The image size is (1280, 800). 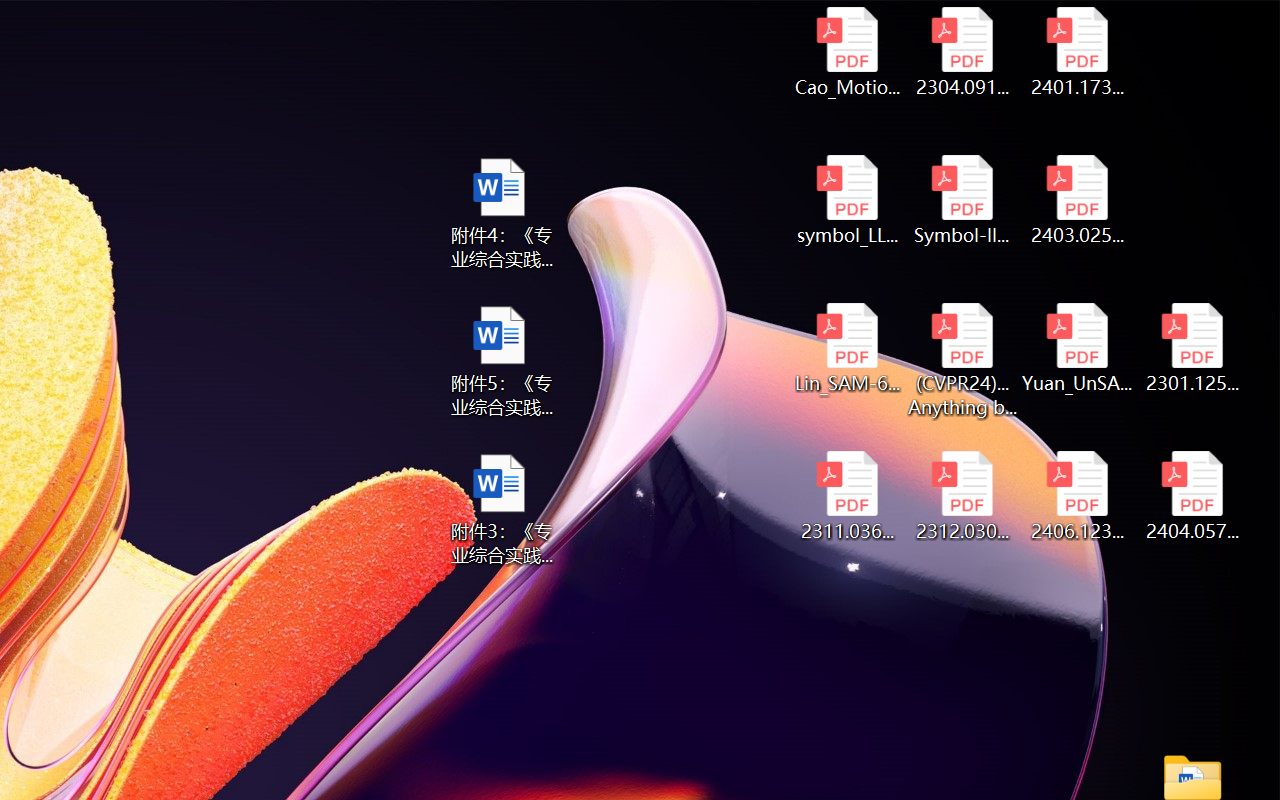 What do you see at coordinates (962, 360) in the screenshot?
I see `'(CVPR24)Matching Anything by Segmenting Anything.pdf'` at bounding box center [962, 360].